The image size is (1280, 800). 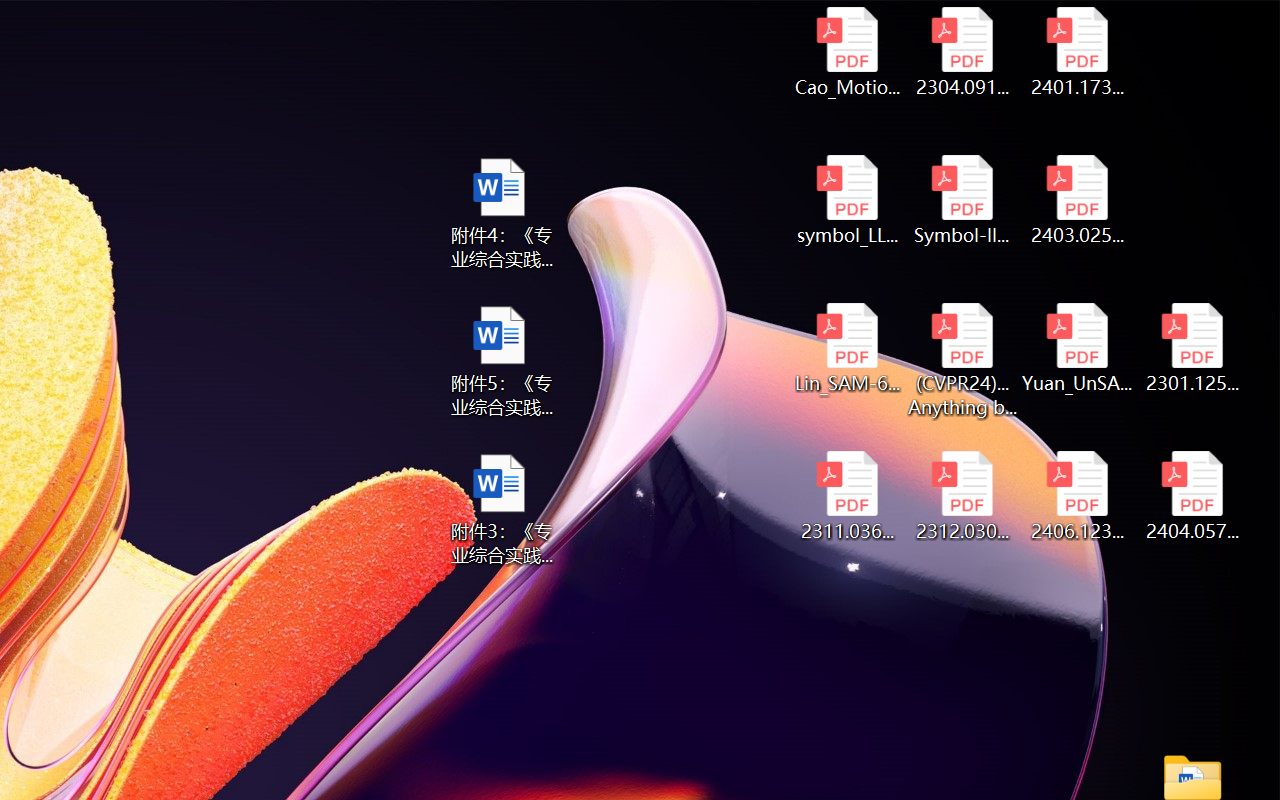 What do you see at coordinates (962, 360) in the screenshot?
I see `'(CVPR24)Matching Anything by Segmenting Anything.pdf'` at bounding box center [962, 360].